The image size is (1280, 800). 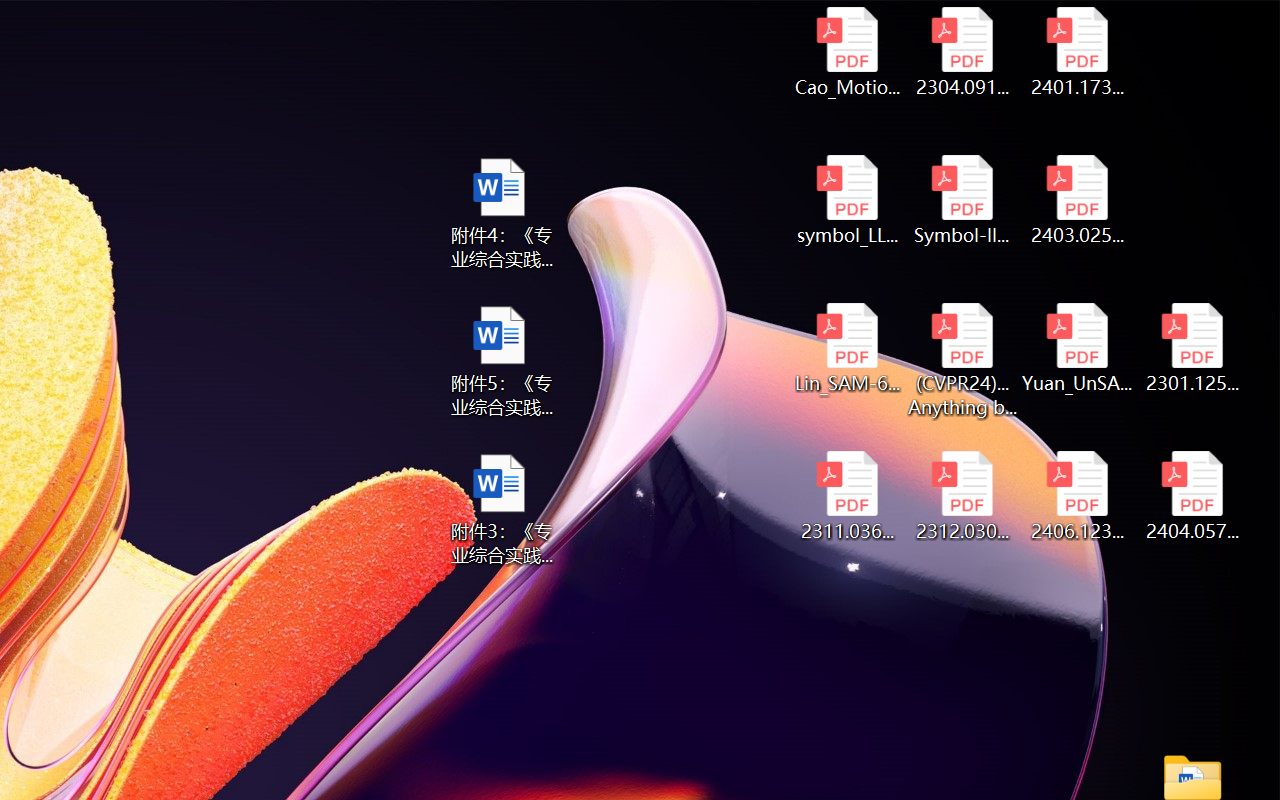 What do you see at coordinates (962, 360) in the screenshot?
I see `'(CVPR24)Matching Anything by Segmenting Anything.pdf'` at bounding box center [962, 360].